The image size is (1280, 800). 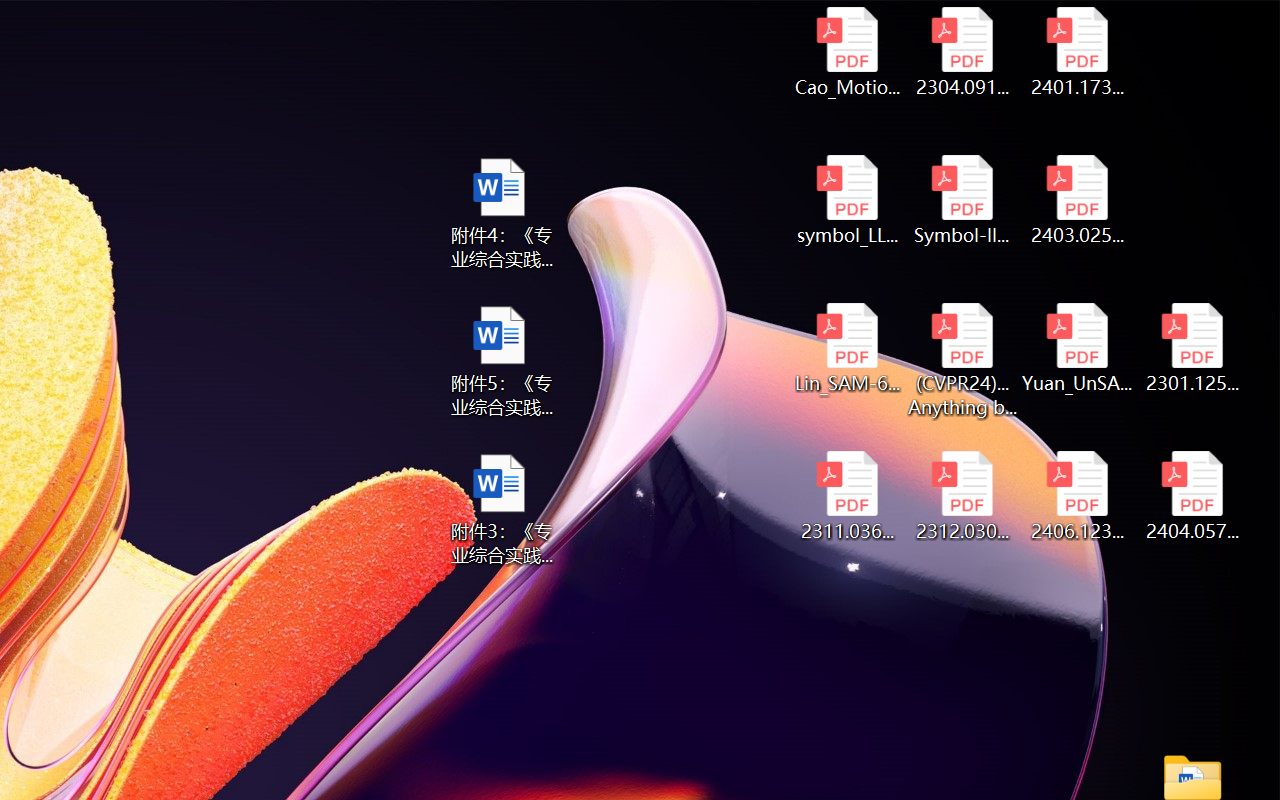 What do you see at coordinates (962, 360) in the screenshot?
I see `'(CVPR24)Matching Anything by Segmenting Anything.pdf'` at bounding box center [962, 360].